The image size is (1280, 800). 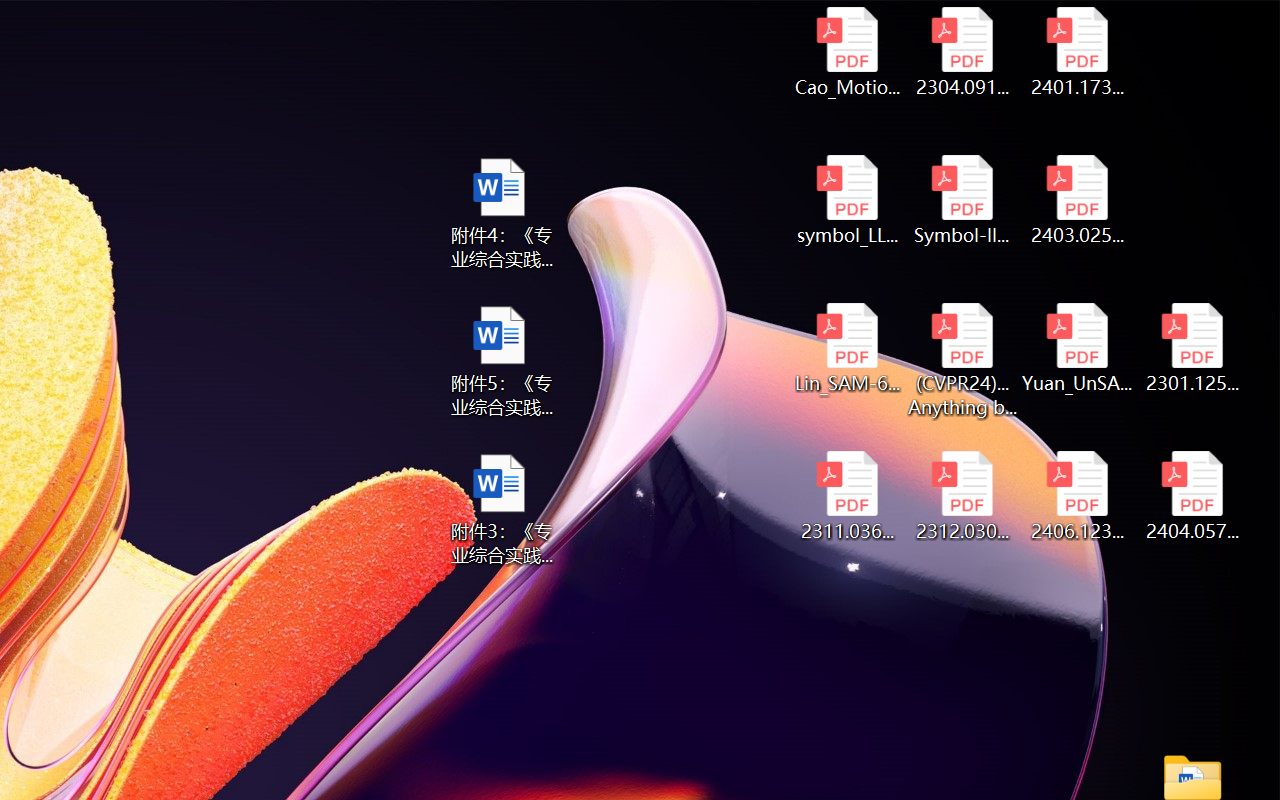 What do you see at coordinates (962, 360) in the screenshot?
I see `'(CVPR24)Matching Anything by Segmenting Anything.pdf'` at bounding box center [962, 360].